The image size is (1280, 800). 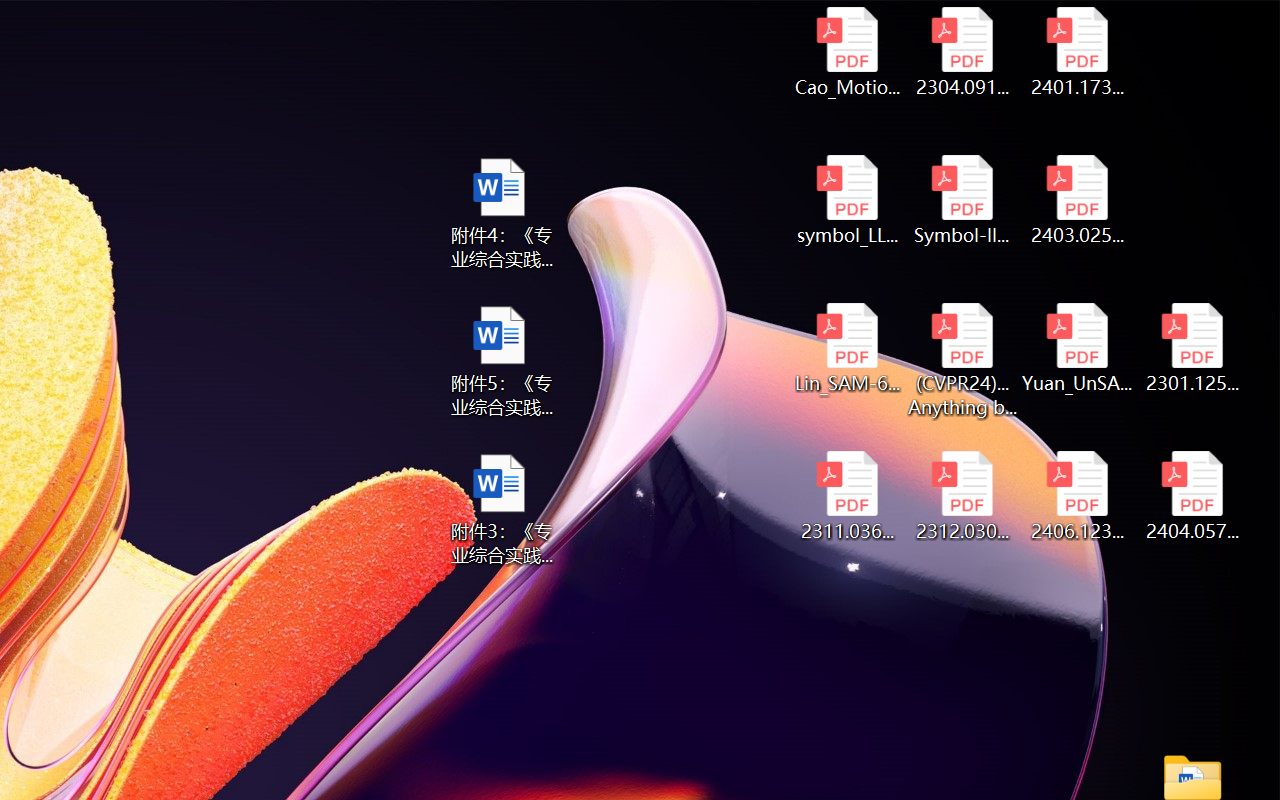 What do you see at coordinates (962, 360) in the screenshot?
I see `'(CVPR24)Matching Anything by Segmenting Anything.pdf'` at bounding box center [962, 360].